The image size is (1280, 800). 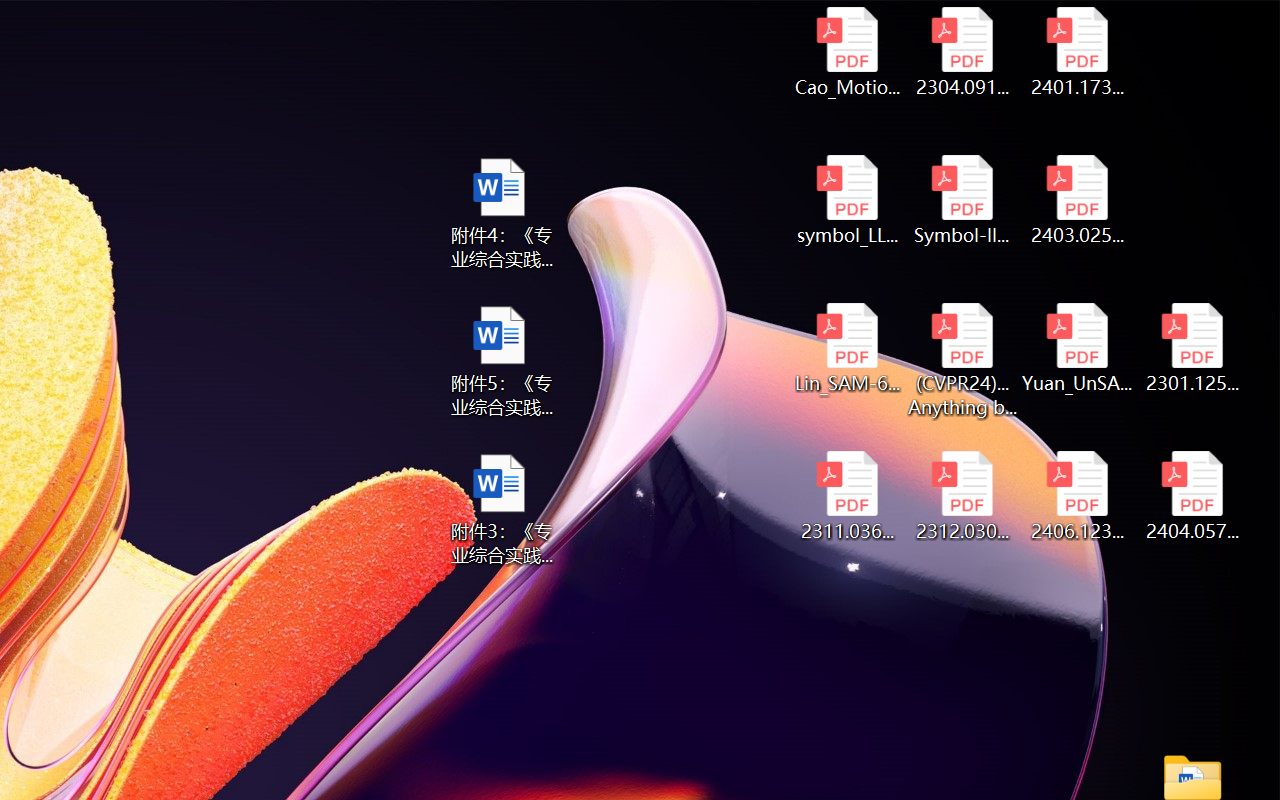 What do you see at coordinates (962, 360) in the screenshot?
I see `'(CVPR24)Matching Anything by Segmenting Anything.pdf'` at bounding box center [962, 360].